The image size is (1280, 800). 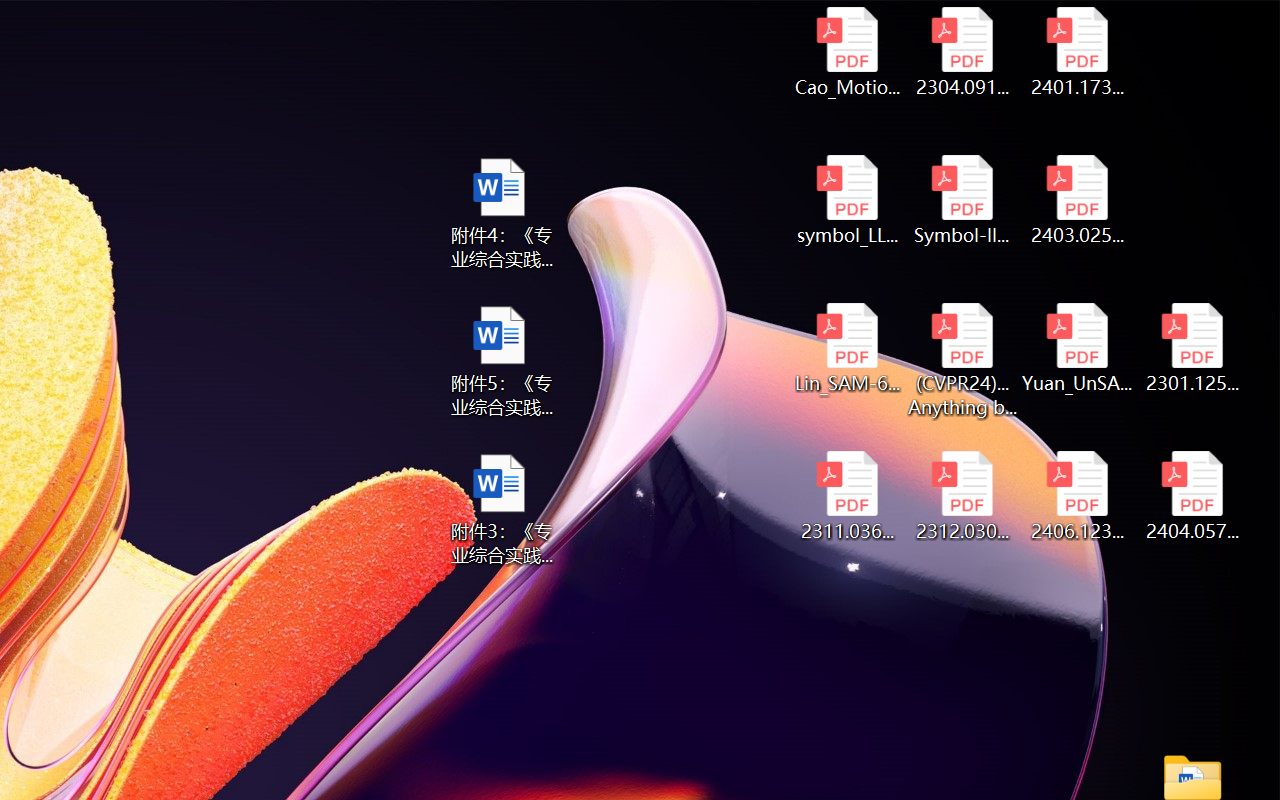 What do you see at coordinates (962, 360) in the screenshot?
I see `'(CVPR24)Matching Anything by Segmenting Anything.pdf'` at bounding box center [962, 360].